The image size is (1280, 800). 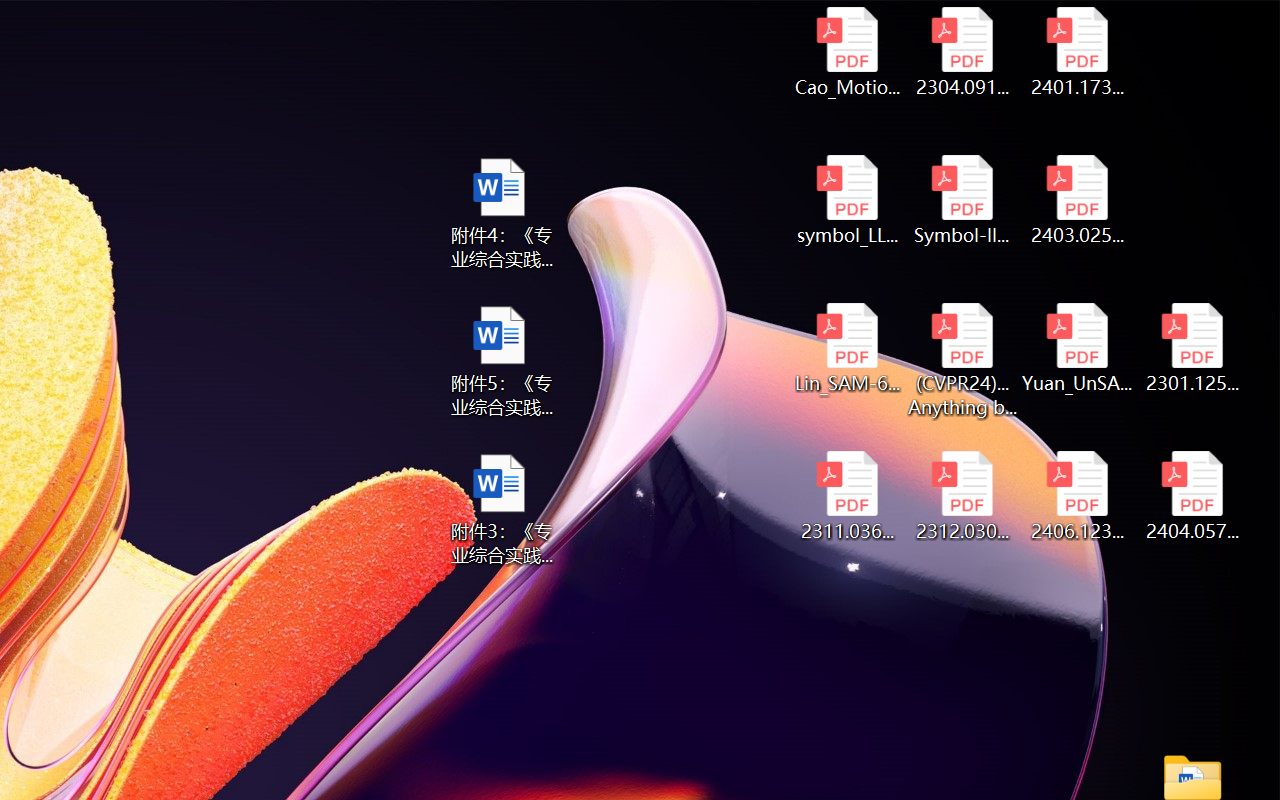 What do you see at coordinates (962, 360) in the screenshot?
I see `'(CVPR24)Matching Anything by Segmenting Anything.pdf'` at bounding box center [962, 360].